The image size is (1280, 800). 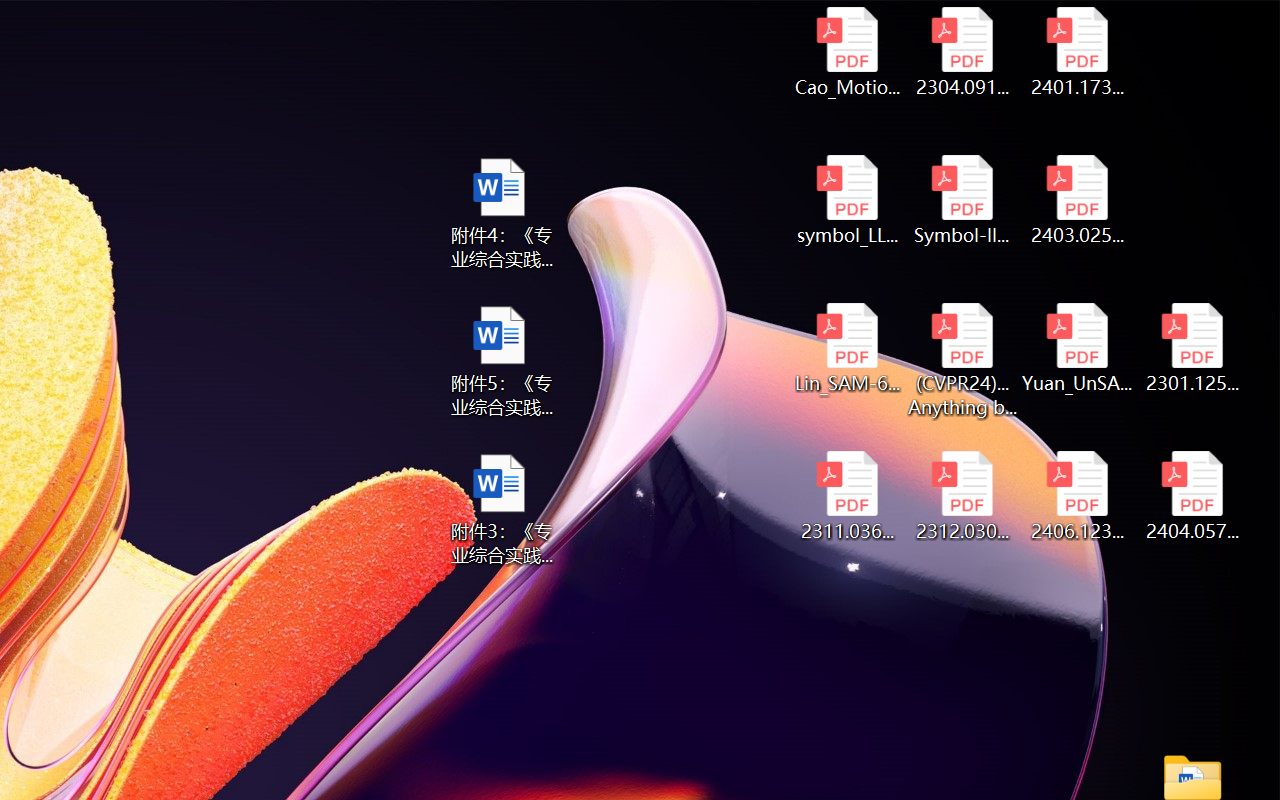 What do you see at coordinates (962, 360) in the screenshot?
I see `'(CVPR24)Matching Anything by Segmenting Anything.pdf'` at bounding box center [962, 360].